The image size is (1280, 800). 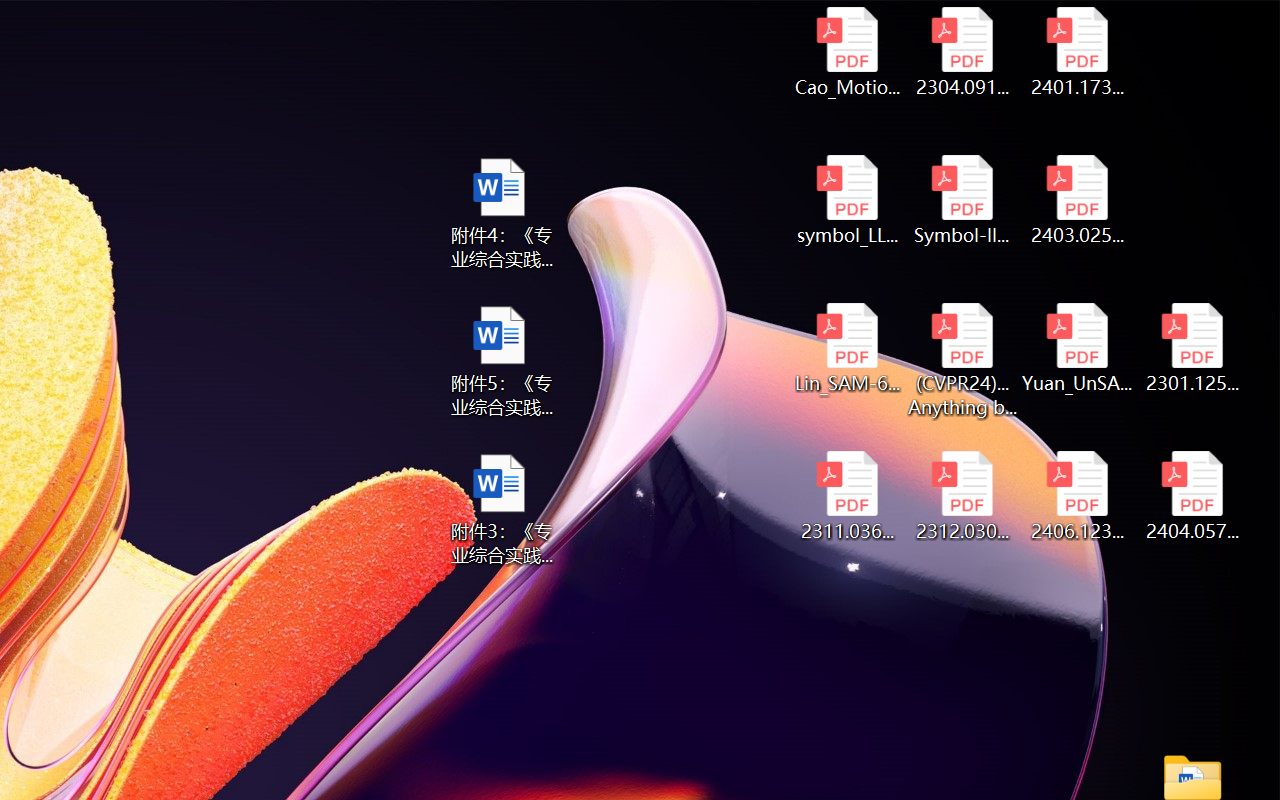 What do you see at coordinates (962, 360) in the screenshot?
I see `'(CVPR24)Matching Anything by Segmenting Anything.pdf'` at bounding box center [962, 360].